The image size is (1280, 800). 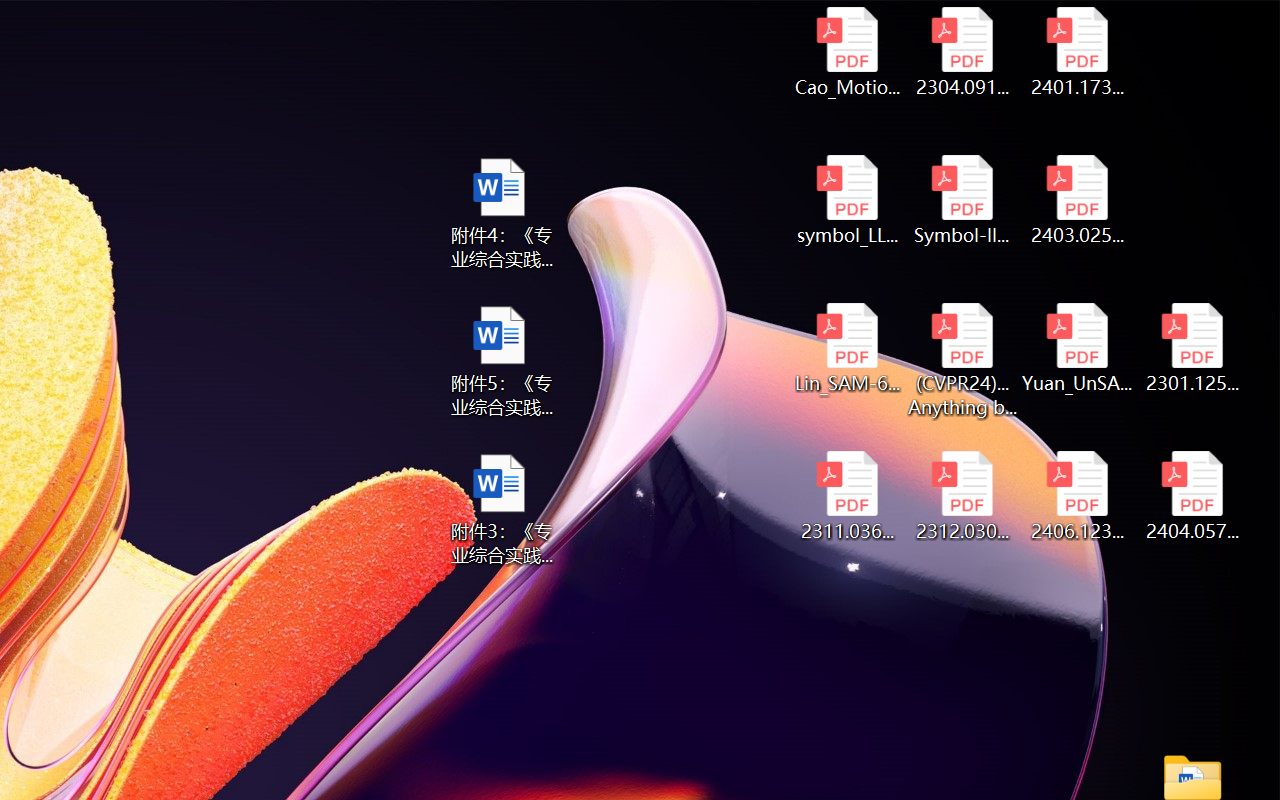 What do you see at coordinates (962, 360) in the screenshot?
I see `'(CVPR24)Matching Anything by Segmenting Anything.pdf'` at bounding box center [962, 360].